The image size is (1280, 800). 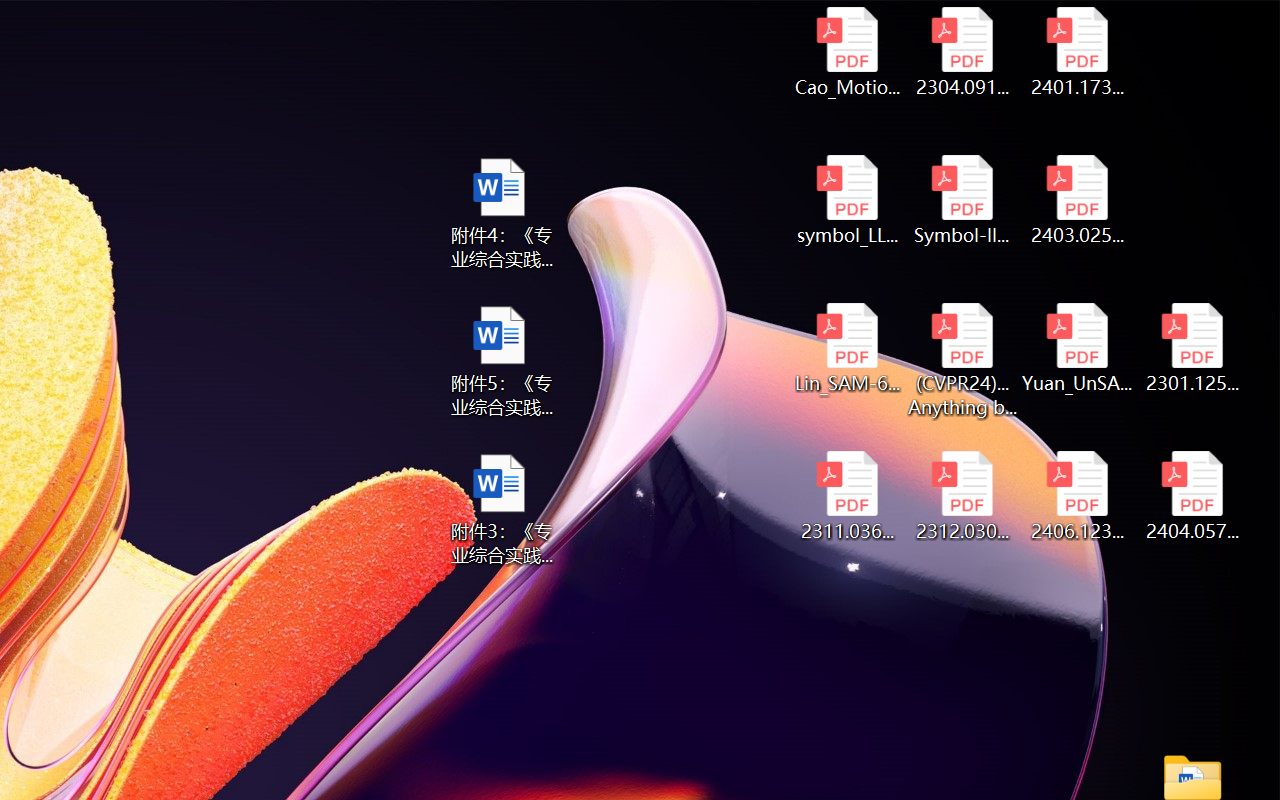 What do you see at coordinates (962, 360) in the screenshot?
I see `'(CVPR24)Matching Anything by Segmenting Anything.pdf'` at bounding box center [962, 360].